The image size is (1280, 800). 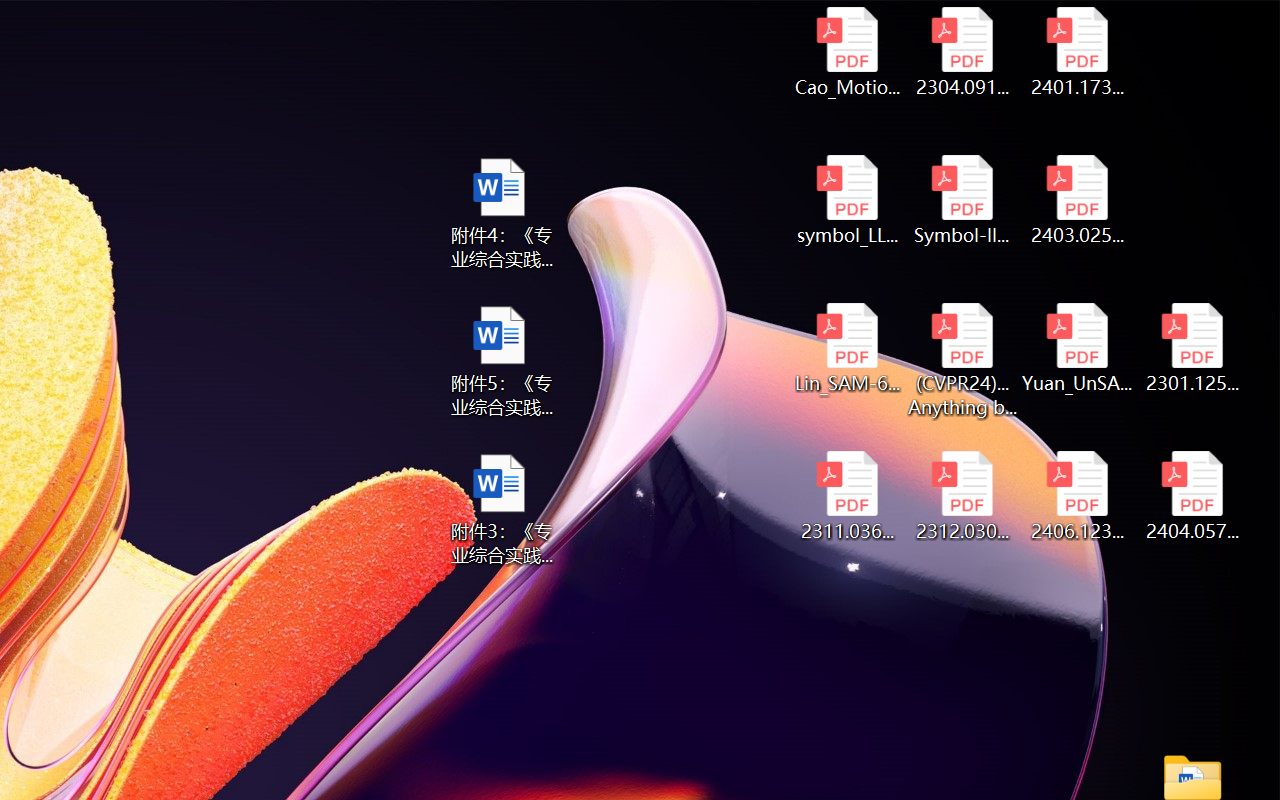 What do you see at coordinates (962, 360) in the screenshot?
I see `'(CVPR24)Matching Anything by Segmenting Anything.pdf'` at bounding box center [962, 360].